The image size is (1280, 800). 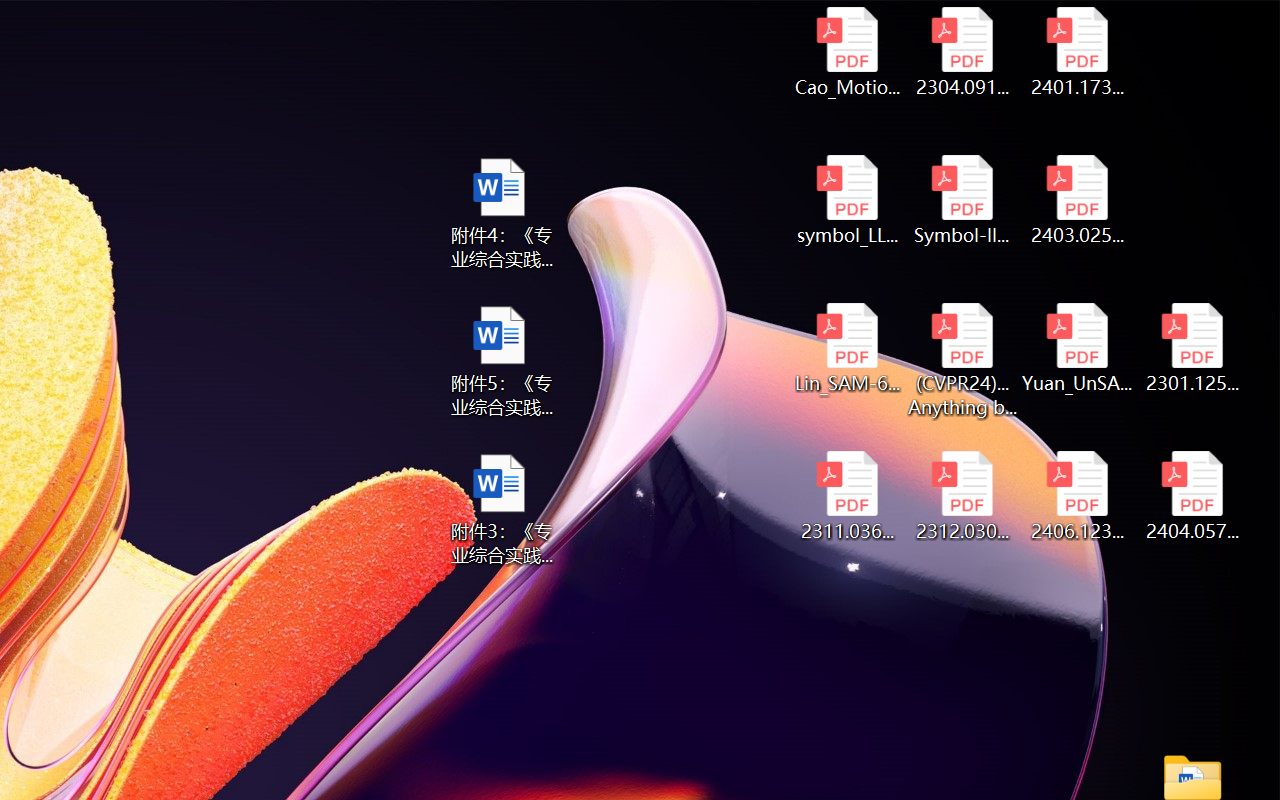 What do you see at coordinates (962, 360) in the screenshot?
I see `'(CVPR24)Matching Anything by Segmenting Anything.pdf'` at bounding box center [962, 360].